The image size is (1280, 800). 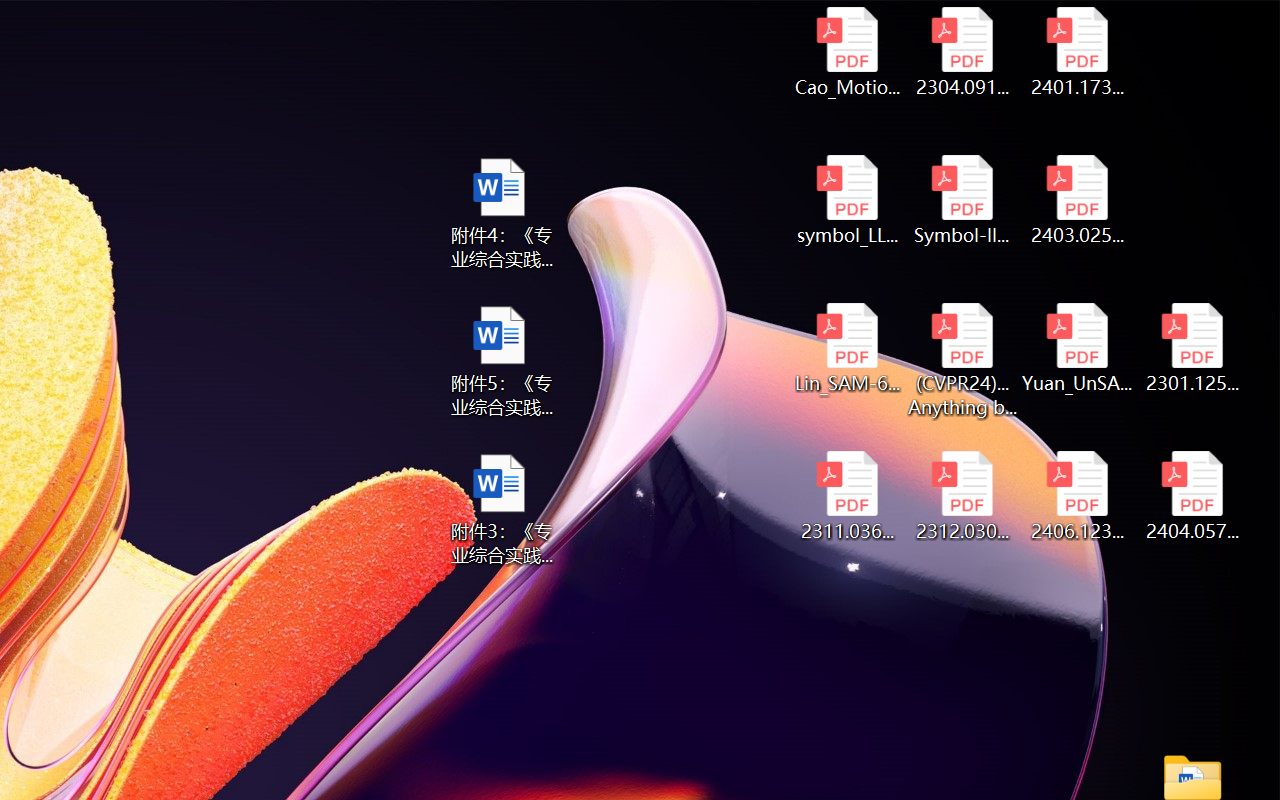 What do you see at coordinates (962, 360) in the screenshot?
I see `'(CVPR24)Matching Anything by Segmenting Anything.pdf'` at bounding box center [962, 360].